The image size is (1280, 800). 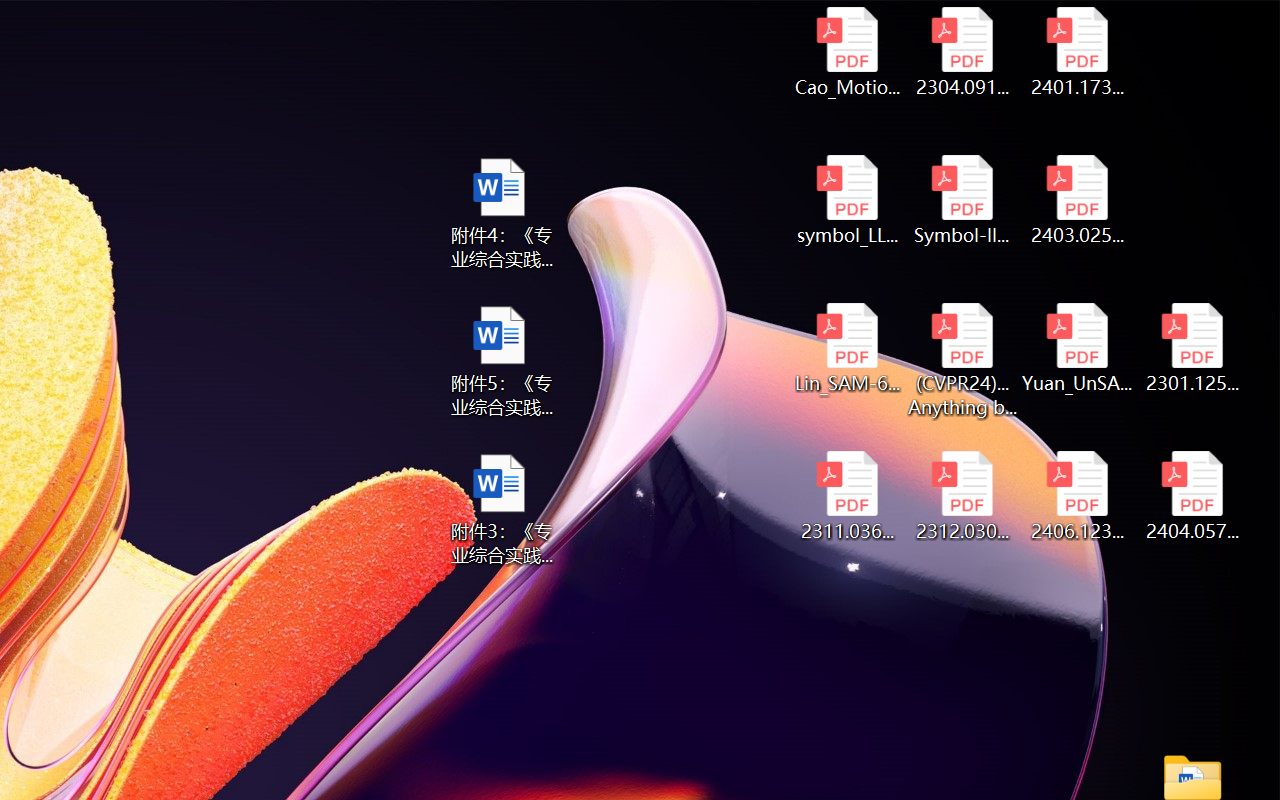 What do you see at coordinates (962, 360) in the screenshot?
I see `'(CVPR24)Matching Anything by Segmenting Anything.pdf'` at bounding box center [962, 360].